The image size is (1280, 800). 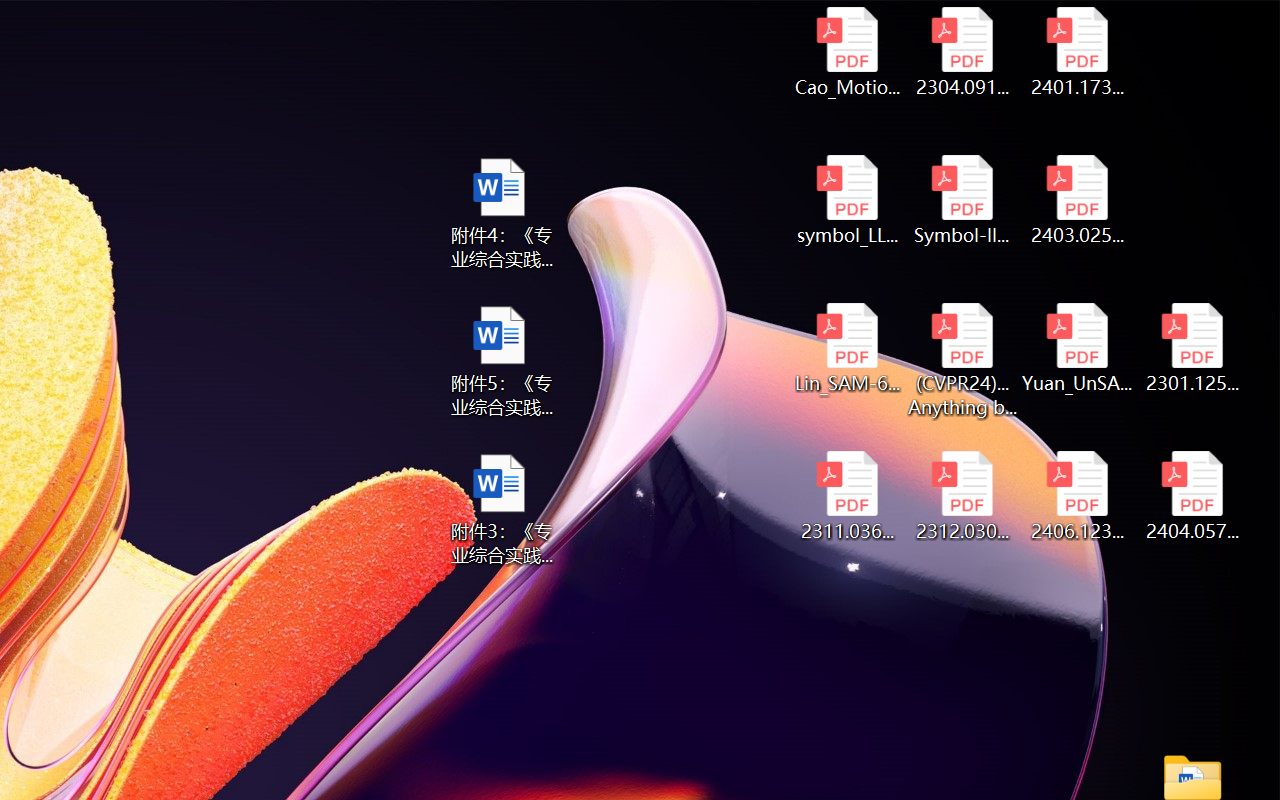 What do you see at coordinates (962, 360) in the screenshot?
I see `'(CVPR24)Matching Anything by Segmenting Anything.pdf'` at bounding box center [962, 360].